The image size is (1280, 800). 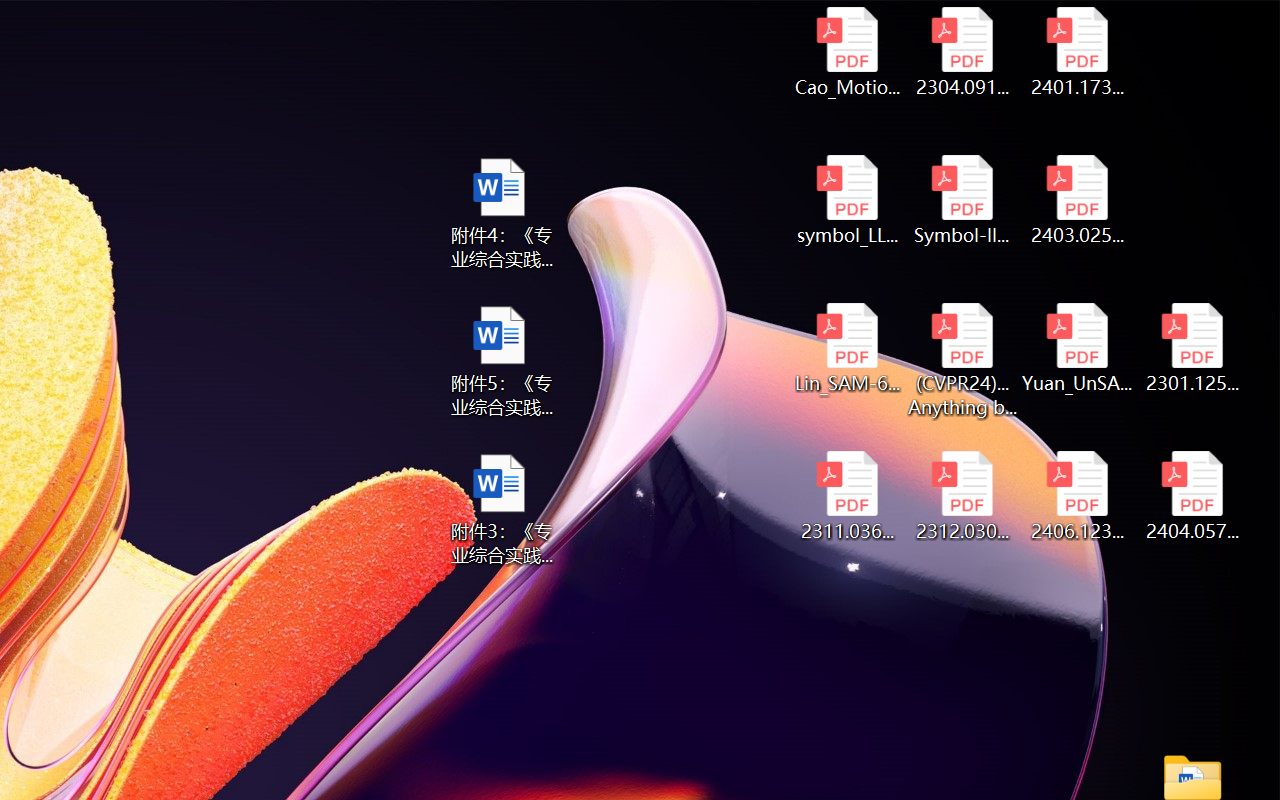 What do you see at coordinates (962, 360) in the screenshot?
I see `'(CVPR24)Matching Anything by Segmenting Anything.pdf'` at bounding box center [962, 360].